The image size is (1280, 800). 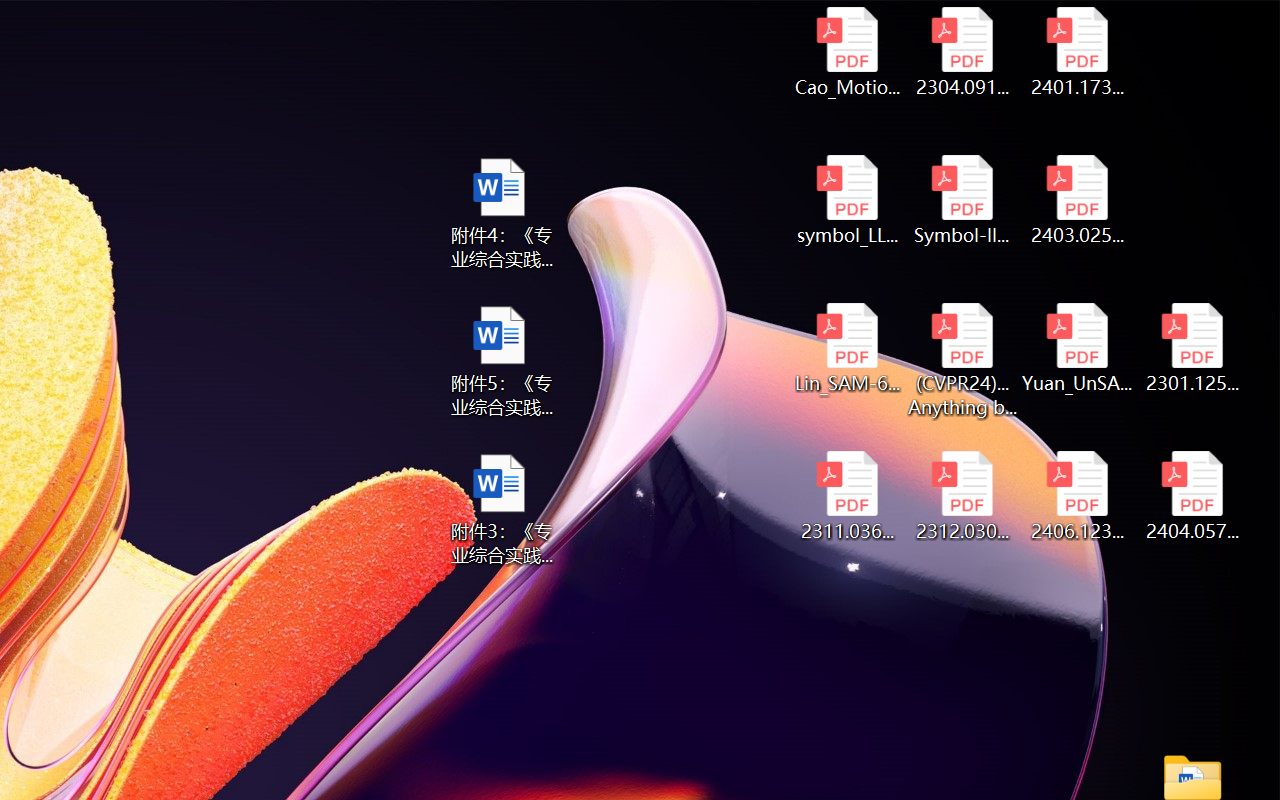 What do you see at coordinates (962, 360) in the screenshot?
I see `'(CVPR24)Matching Anything by Segmenting Anything.pdf'` at bounding box center [962, 360].